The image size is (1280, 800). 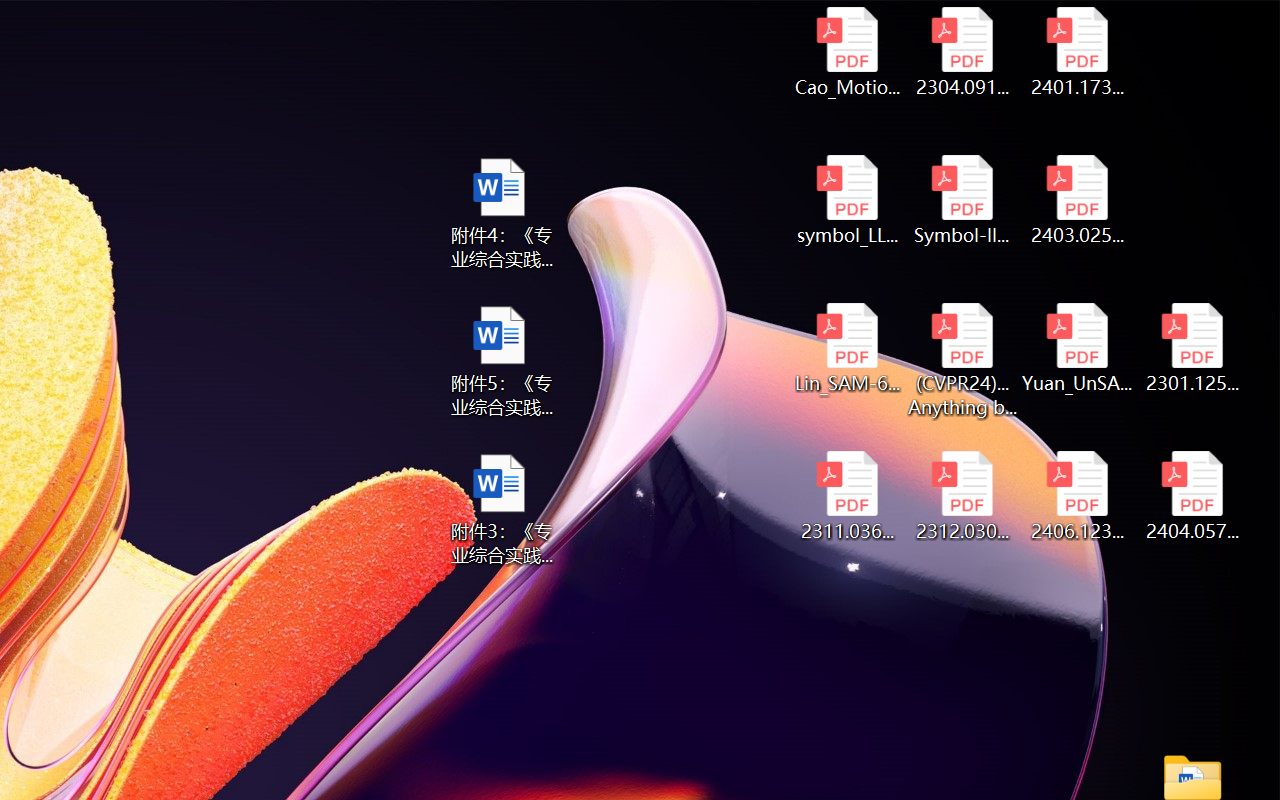 What do you see at coordinates (962, 360) in the screenshot?
I see `'(CVPR24)Matching Anything by Segmenting Anything.pdf'` at bounding box center [962, 360].